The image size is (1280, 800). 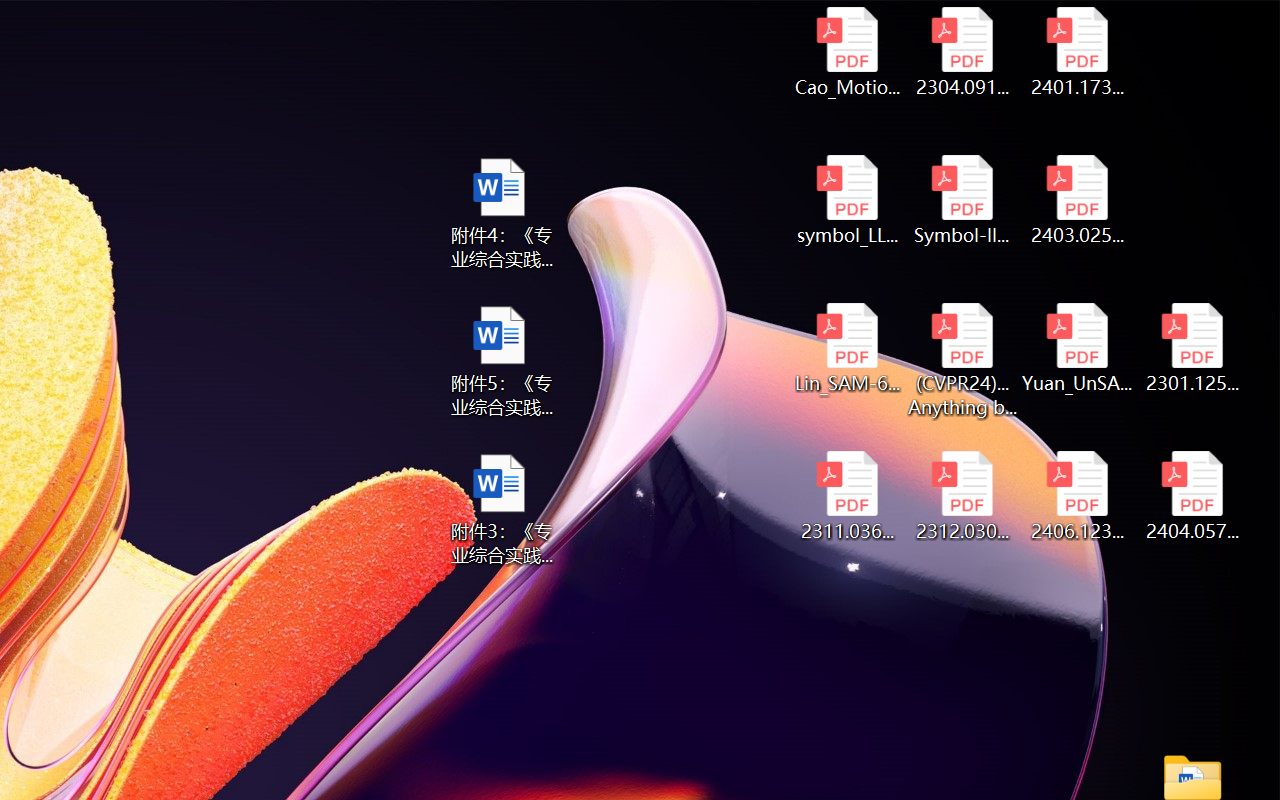 What do you see at coordinates (962, 360) in the screenshot?
I see `'(CVPR24)Matching Anything by Segmenting Anything.pdf'` at bounding box center [962, 360].